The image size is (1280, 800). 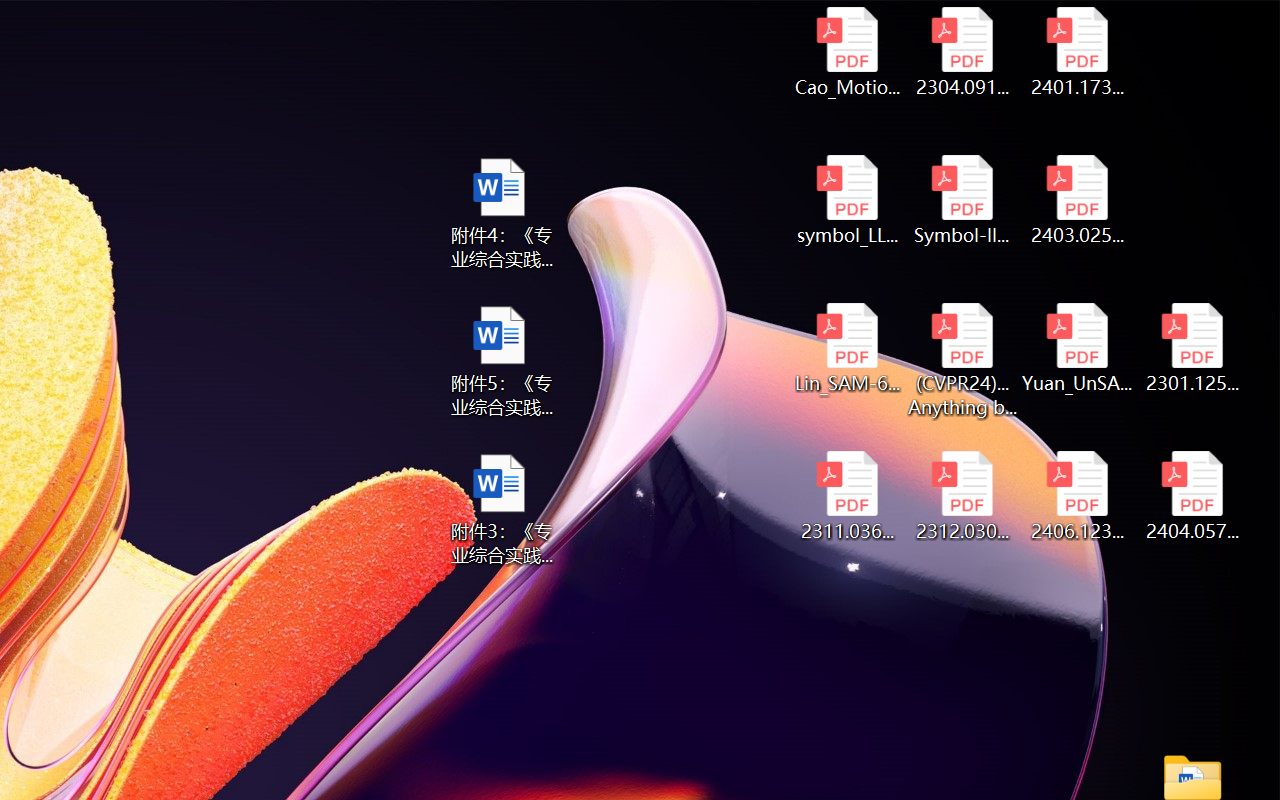 What do you see at coordinates (962, 360) in the screenshot?
I see `'(CVPR24)Matching Anything by Segmenting Anything.pdf'` at bounding box center [962, 360].